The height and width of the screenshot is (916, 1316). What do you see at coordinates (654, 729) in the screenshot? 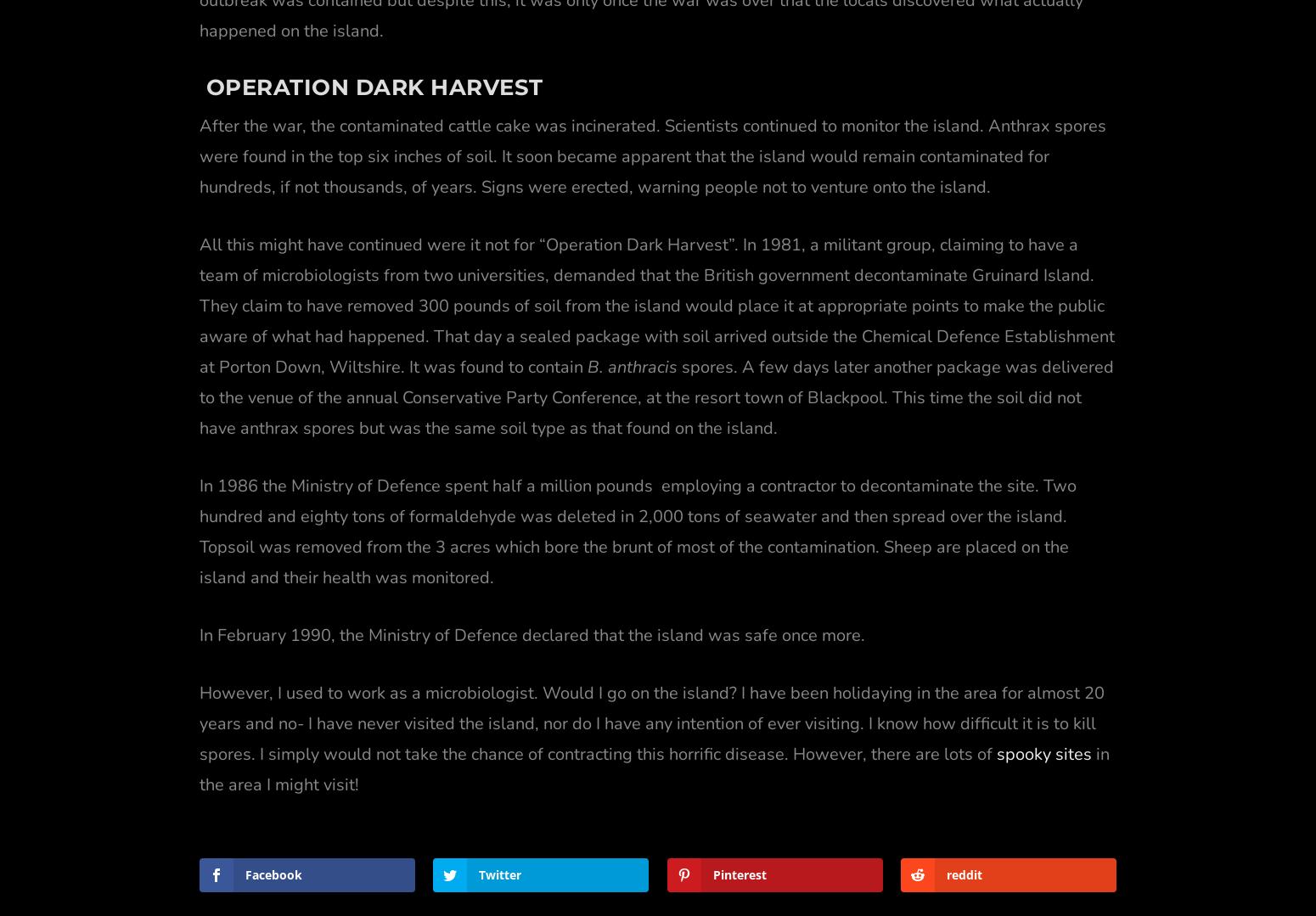
I see `'in the area I might visit!'` at bounding box center [654, 729].